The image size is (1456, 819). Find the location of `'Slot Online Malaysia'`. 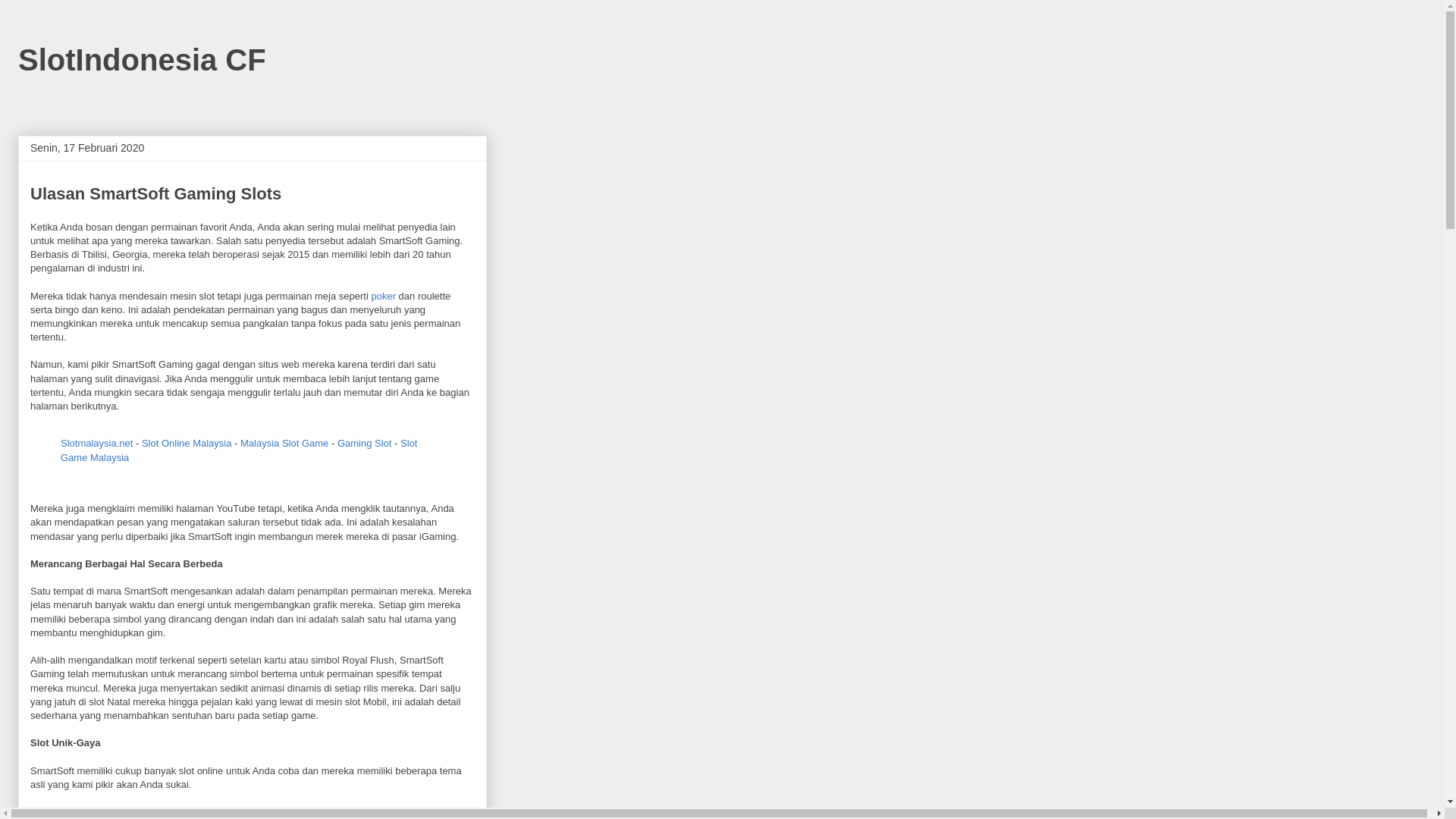

'Slot Online Malaysia' is located at coordinates (142, 443).